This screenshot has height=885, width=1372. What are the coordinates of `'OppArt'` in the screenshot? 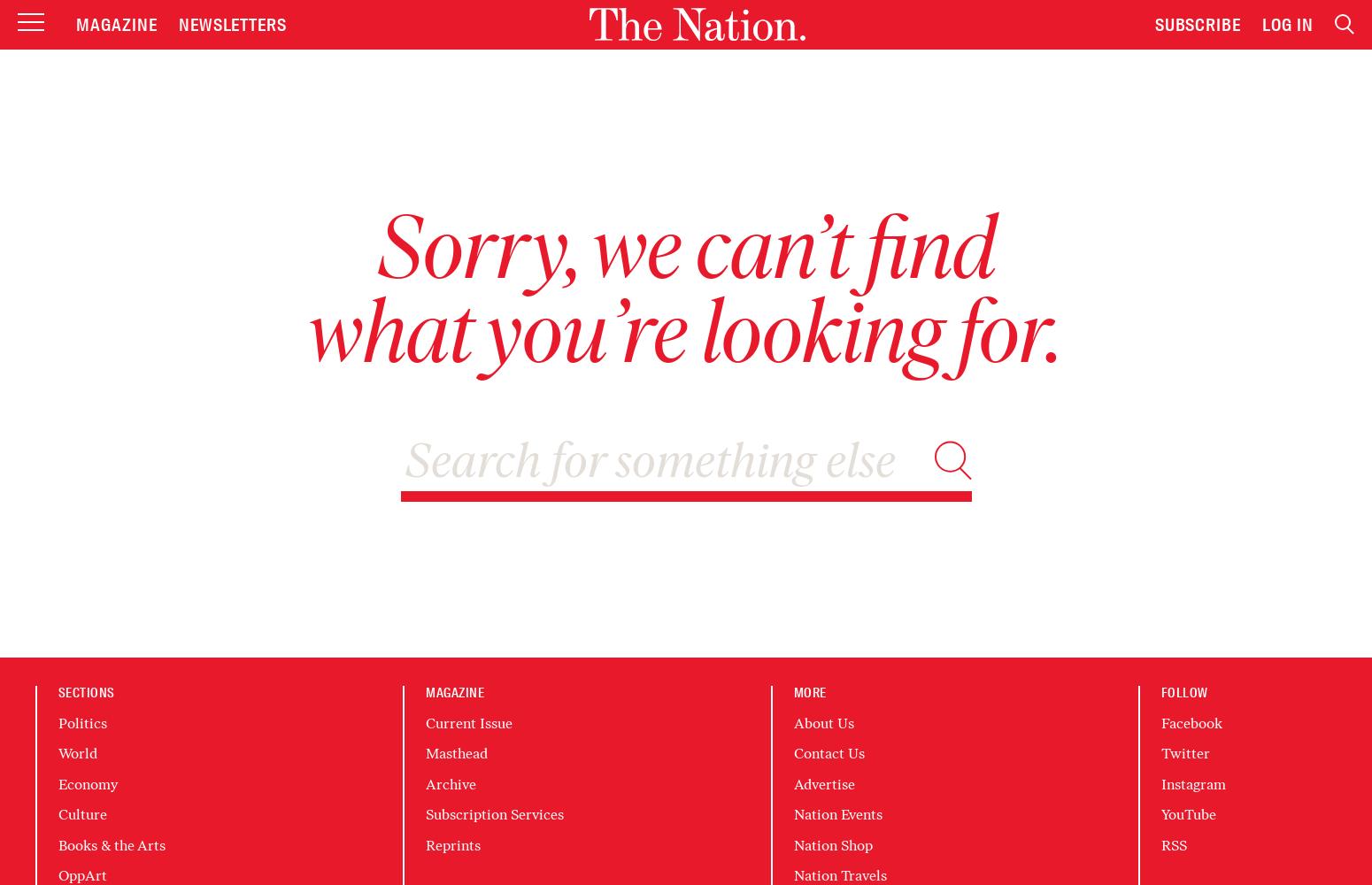 It's located at (82, 873).